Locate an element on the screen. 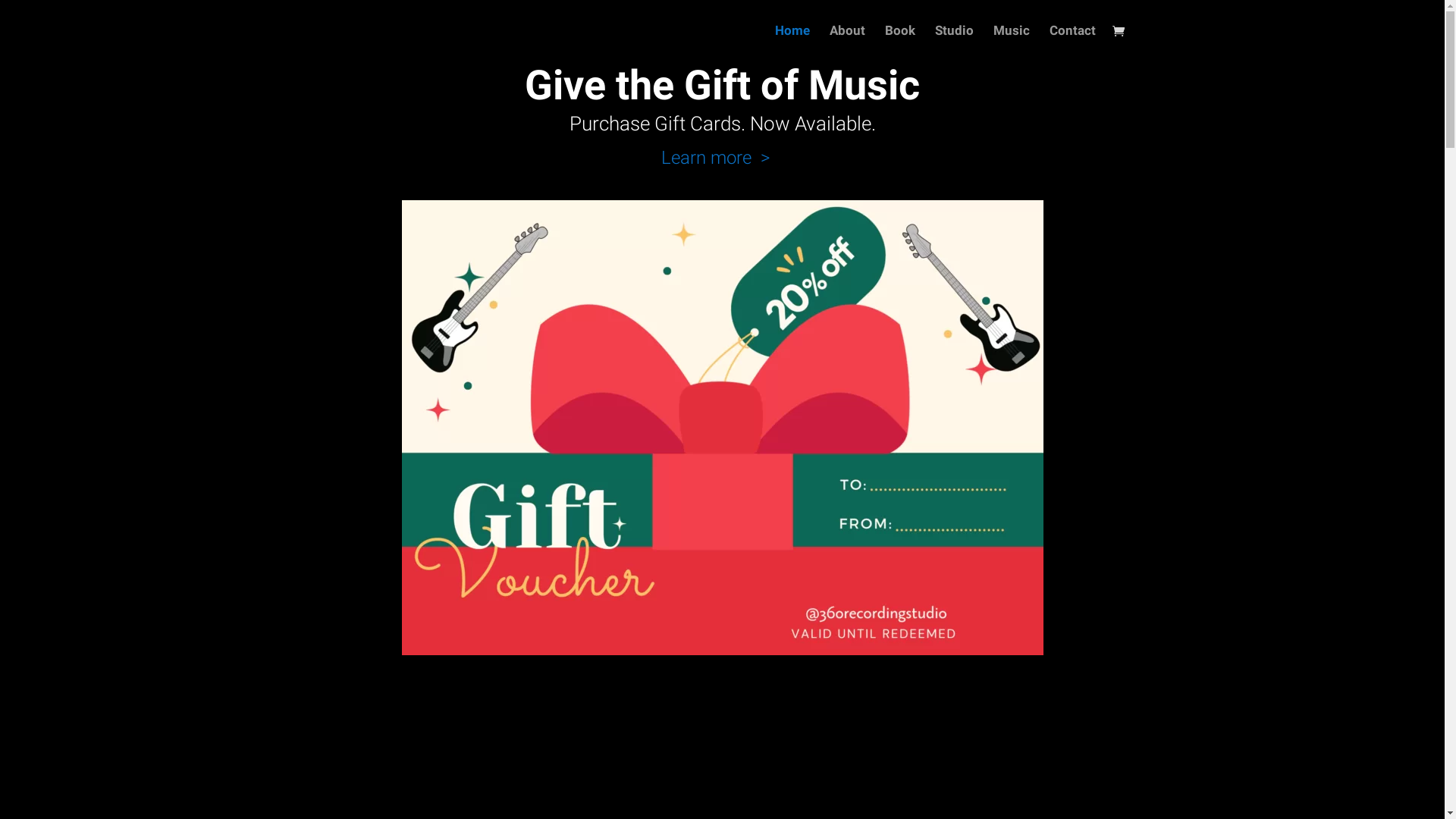 This screenshot has width=1456, height=819. 'Contact' is located at coordinates (1072, 42).